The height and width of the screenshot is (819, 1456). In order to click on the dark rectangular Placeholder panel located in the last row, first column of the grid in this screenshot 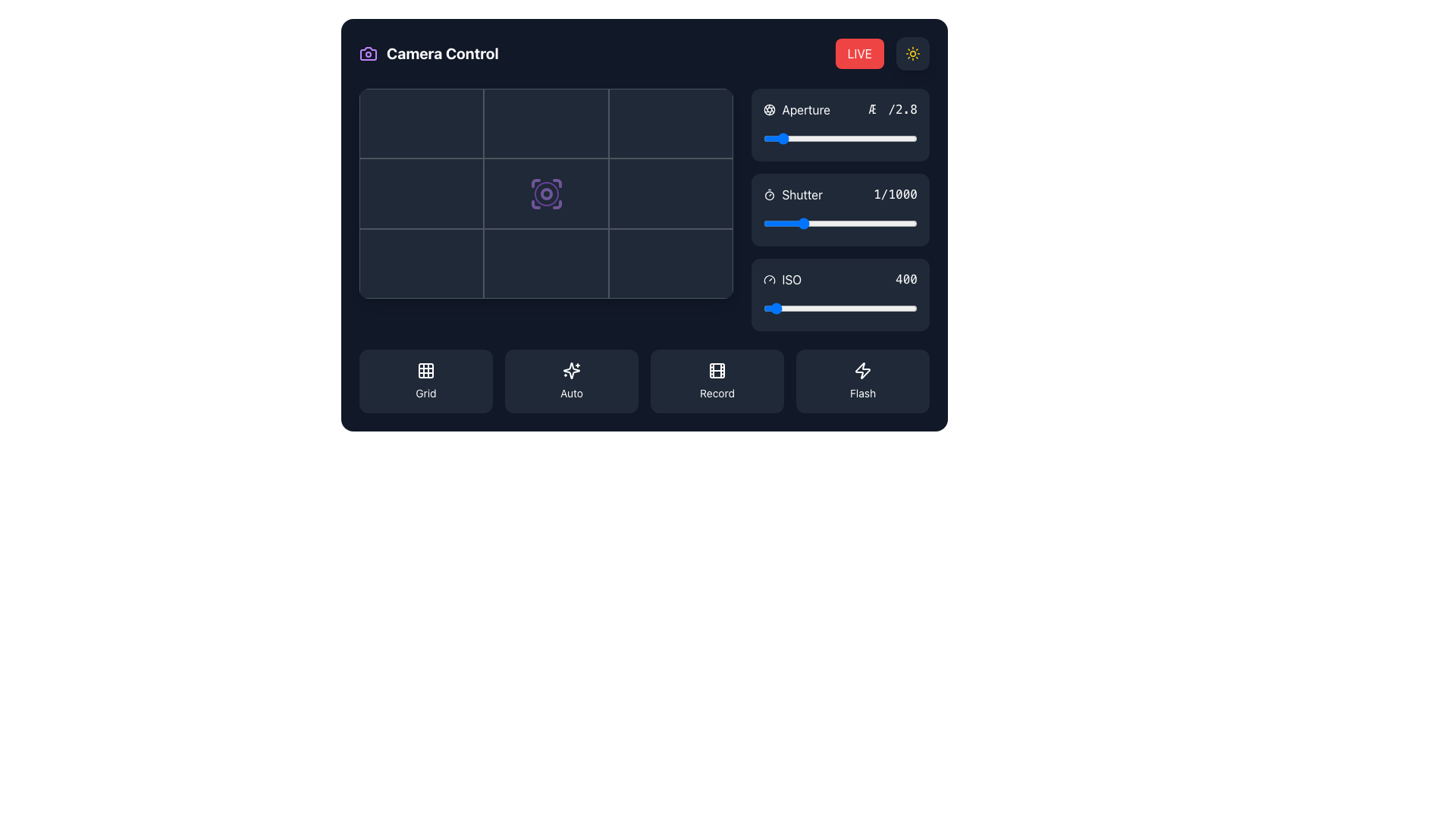, I will do `click(422, 263)`.